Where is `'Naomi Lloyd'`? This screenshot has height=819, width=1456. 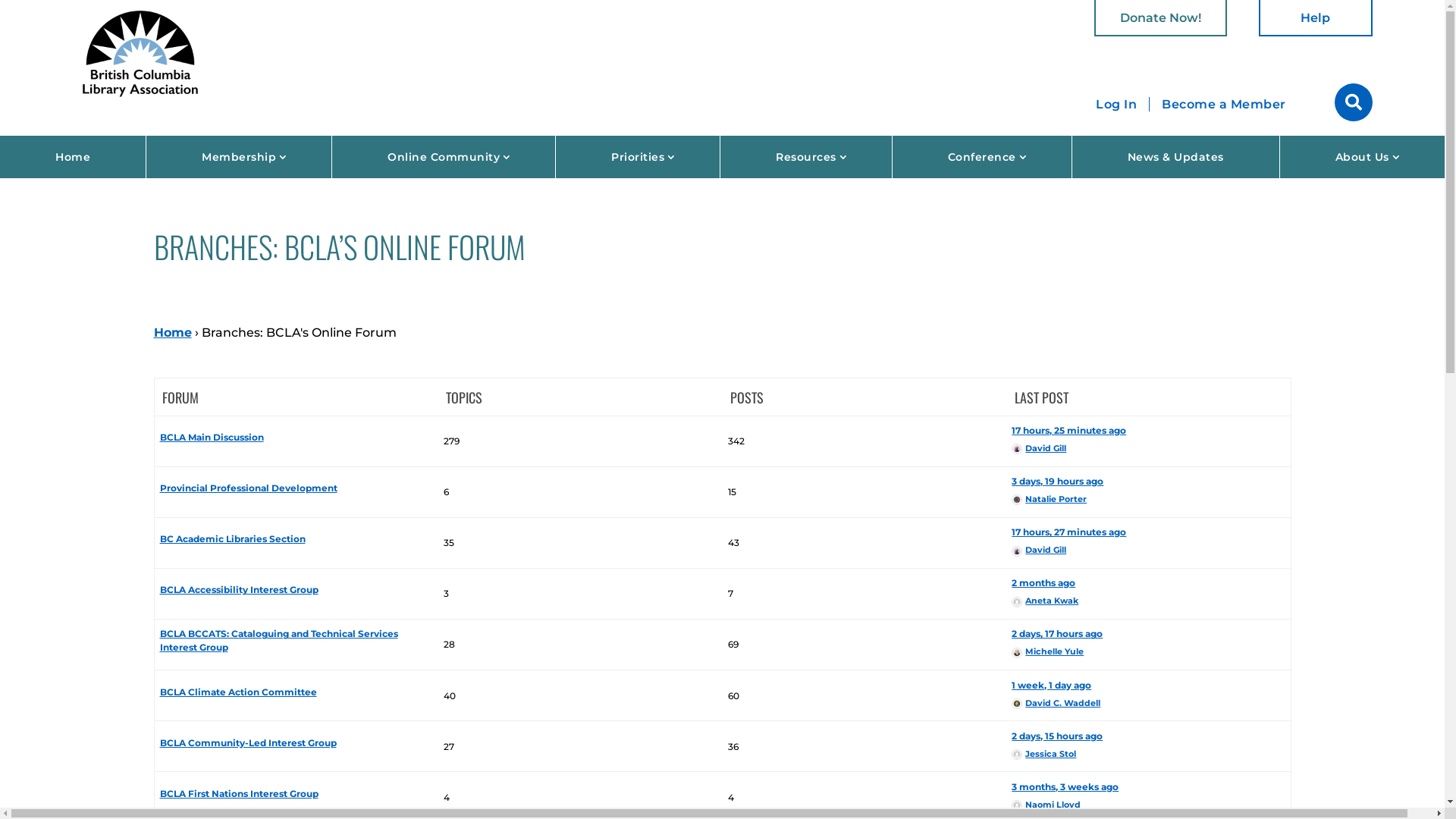
'Naomi Lloyd' is located at coordinates (1045, 803).